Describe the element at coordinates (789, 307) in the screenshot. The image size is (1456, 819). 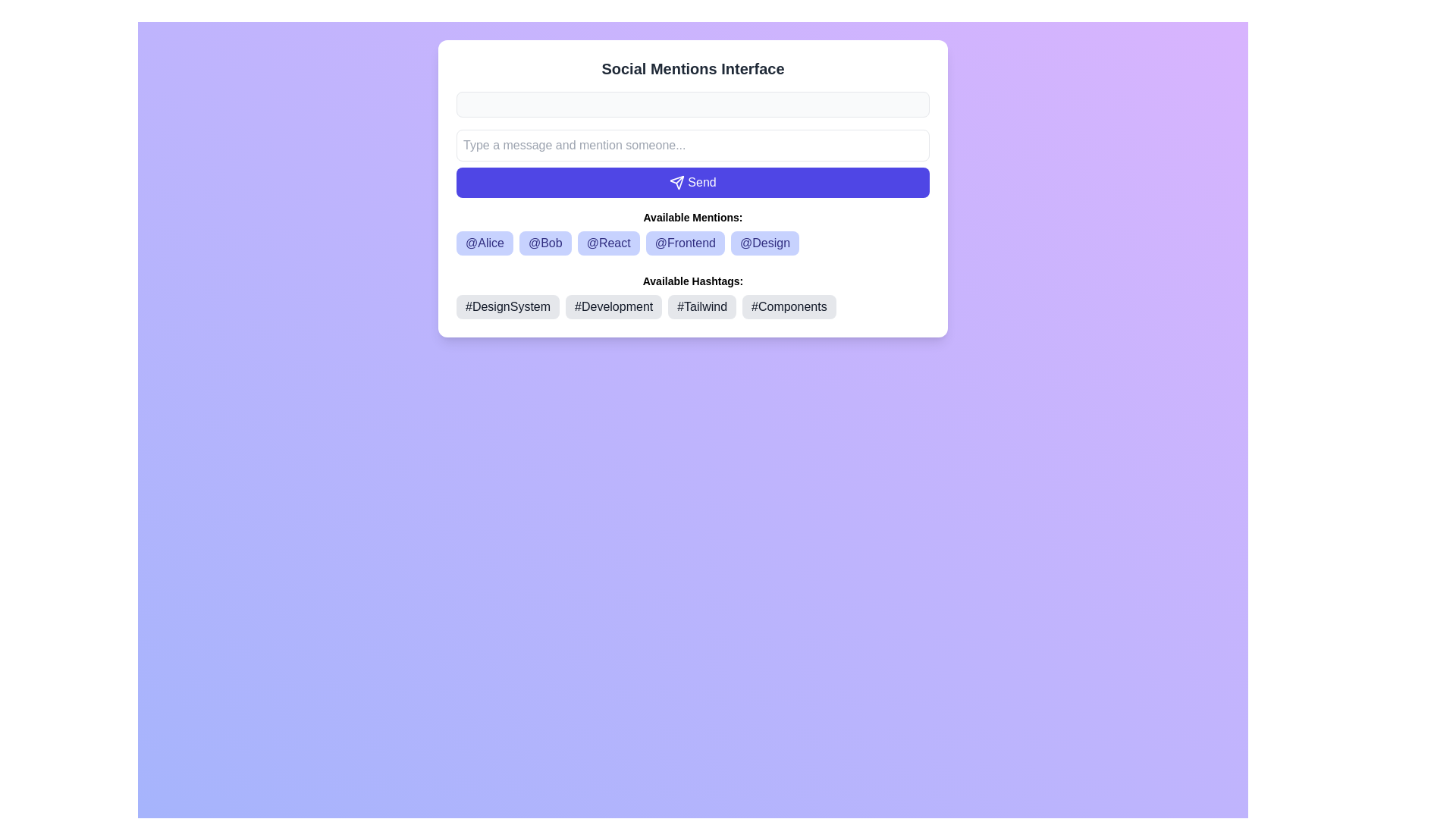
I see `the tag-like UI component displaying '#Components' to trigger its hover effect` at that location.